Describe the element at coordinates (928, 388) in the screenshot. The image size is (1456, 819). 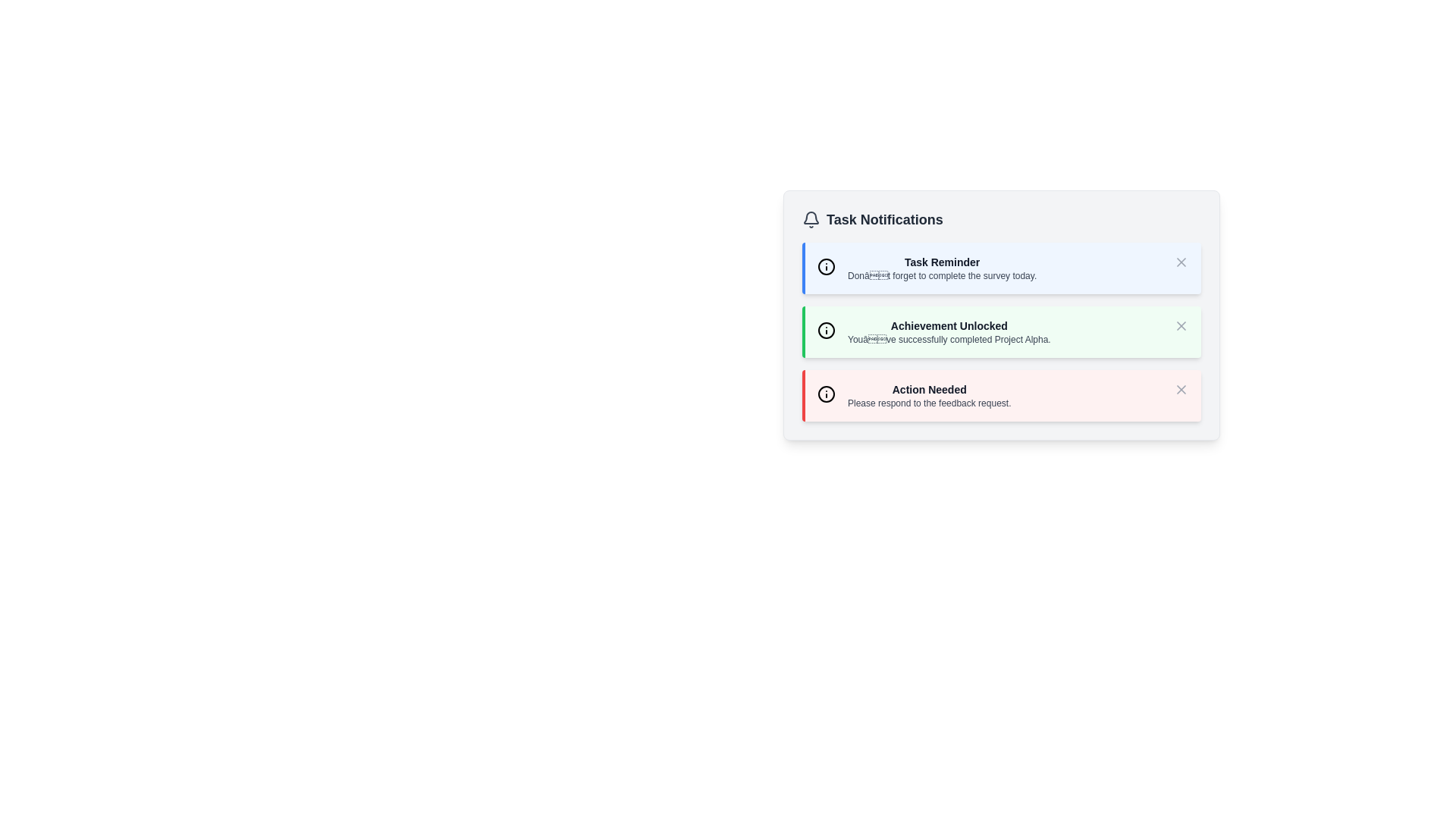
I see `the text label 'Action Needed' which is styled in bold and colored black, located at the top center of the third notification card` at that location.